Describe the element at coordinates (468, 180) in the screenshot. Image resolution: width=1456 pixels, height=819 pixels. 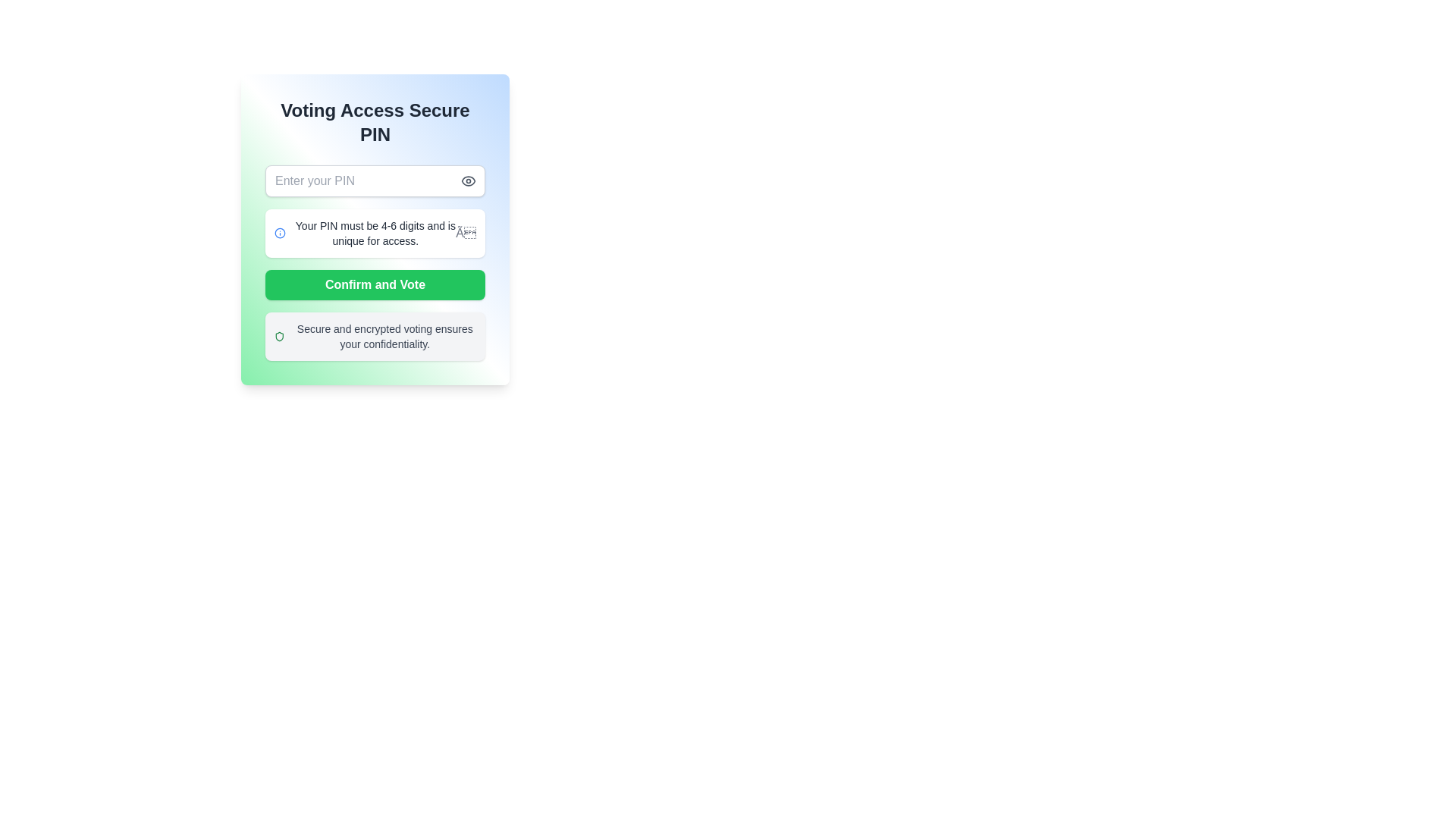
I see `the small circular button with an eye icon at the right end of the password input field` at that location.